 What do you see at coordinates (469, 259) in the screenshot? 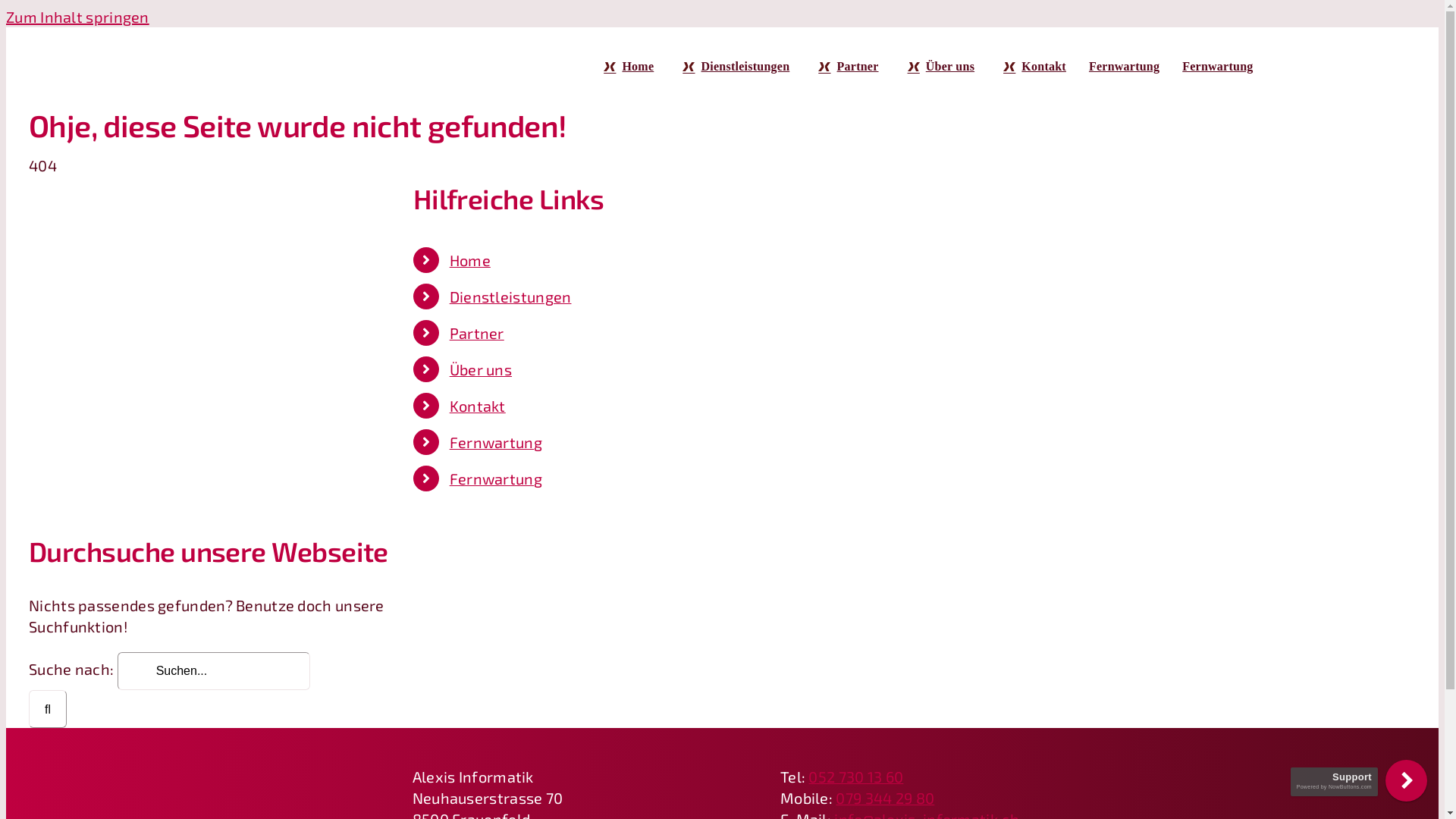
I see `'Home'` at bounding box center [469, 259].